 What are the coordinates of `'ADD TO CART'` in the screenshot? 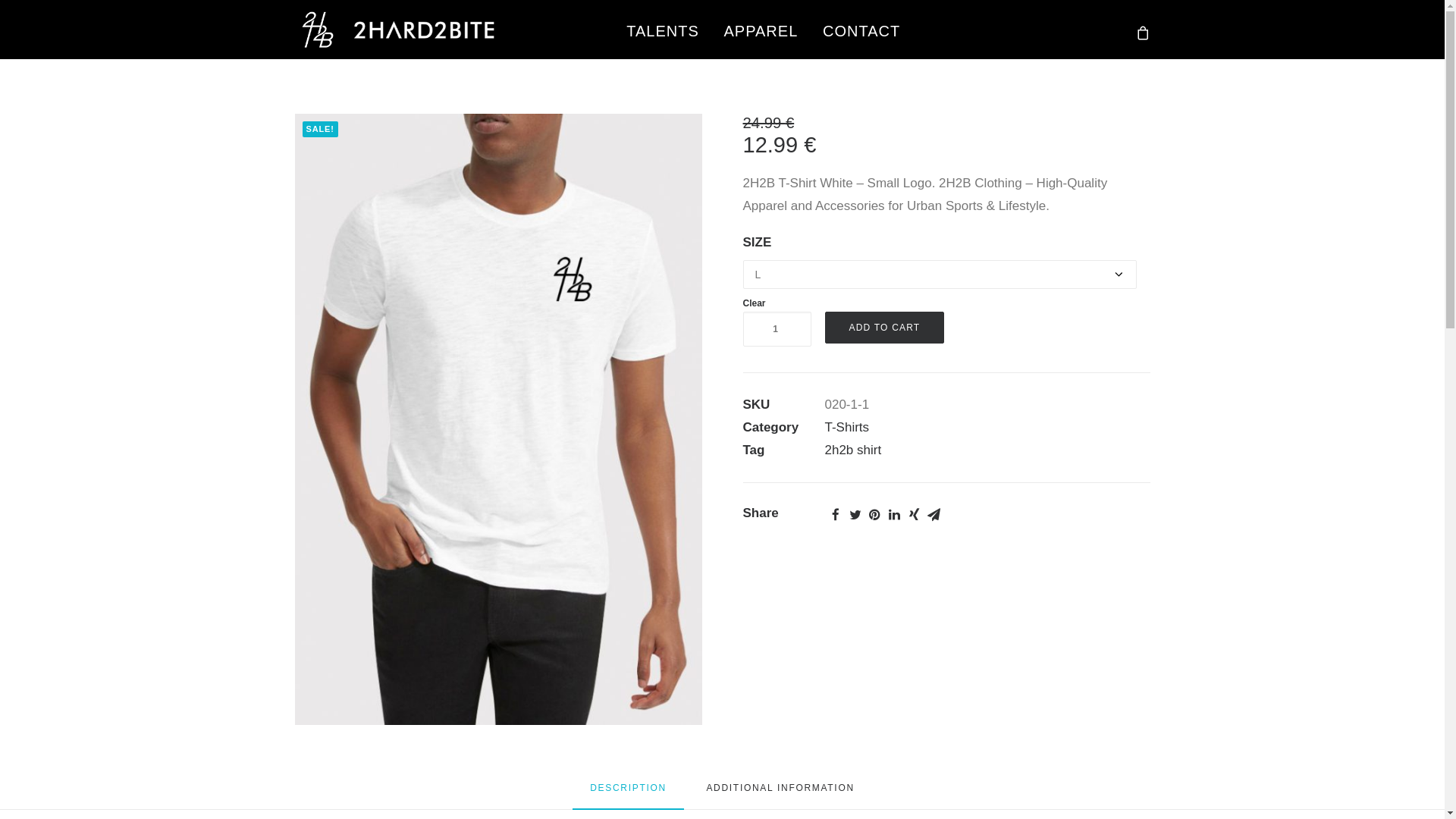 It's located at (884, 327).